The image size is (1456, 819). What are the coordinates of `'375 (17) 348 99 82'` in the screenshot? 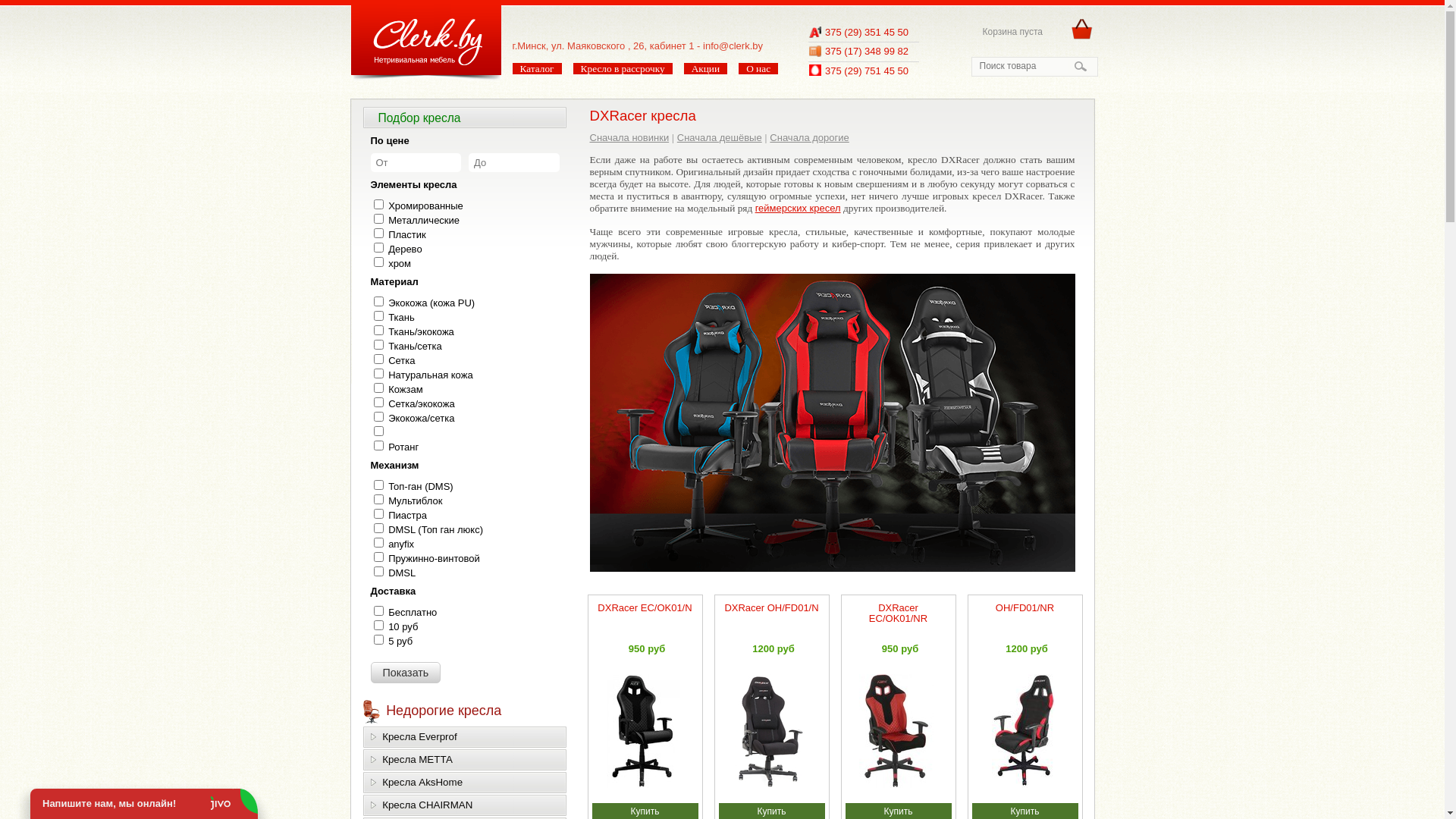 It's located at (866, 50).